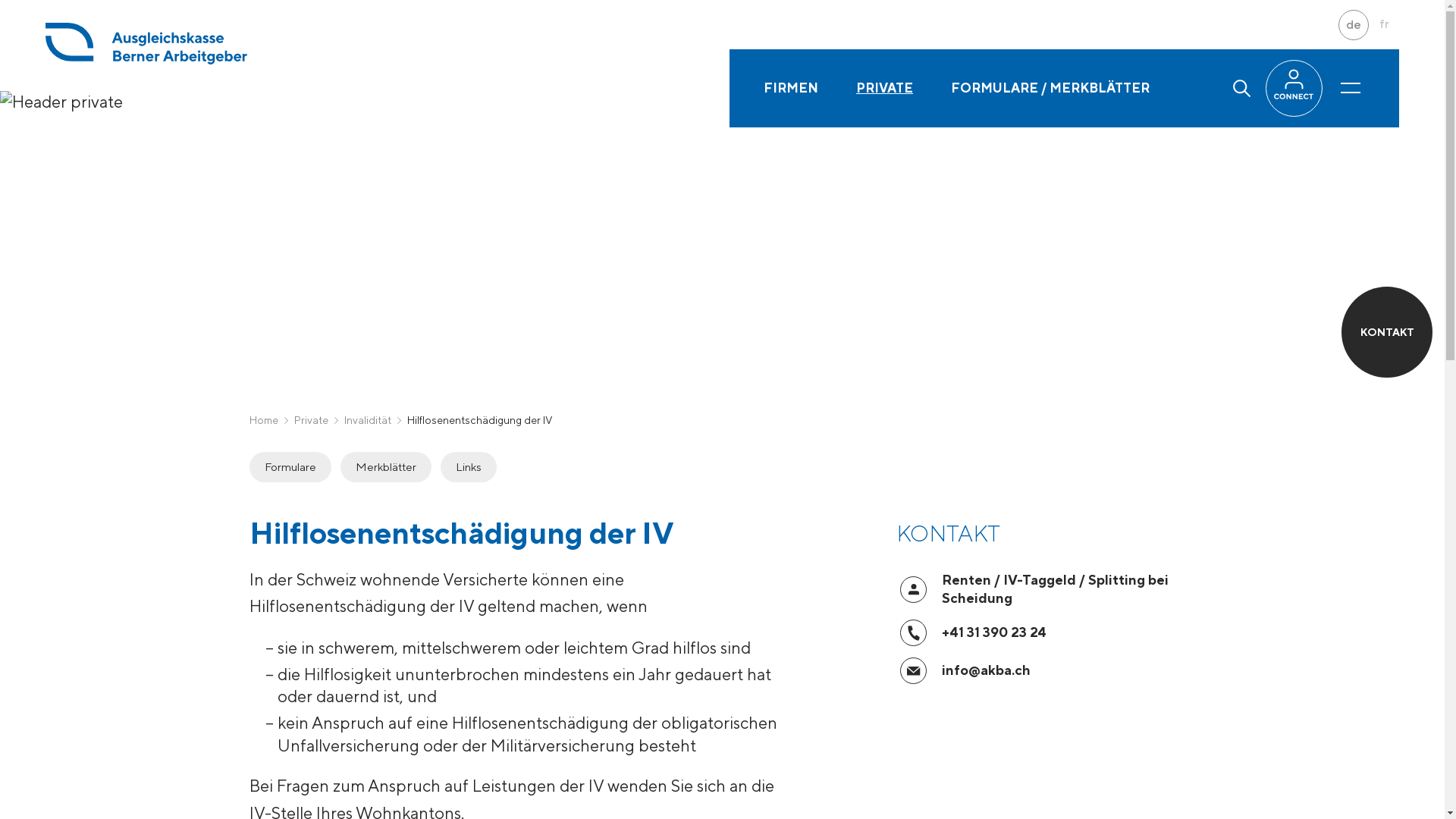 The height and width of the screenshot is (819, 1456). Describe the element at coordinates (1386, 331) in the screenshot. I see `'KONTAKT'` at that location.